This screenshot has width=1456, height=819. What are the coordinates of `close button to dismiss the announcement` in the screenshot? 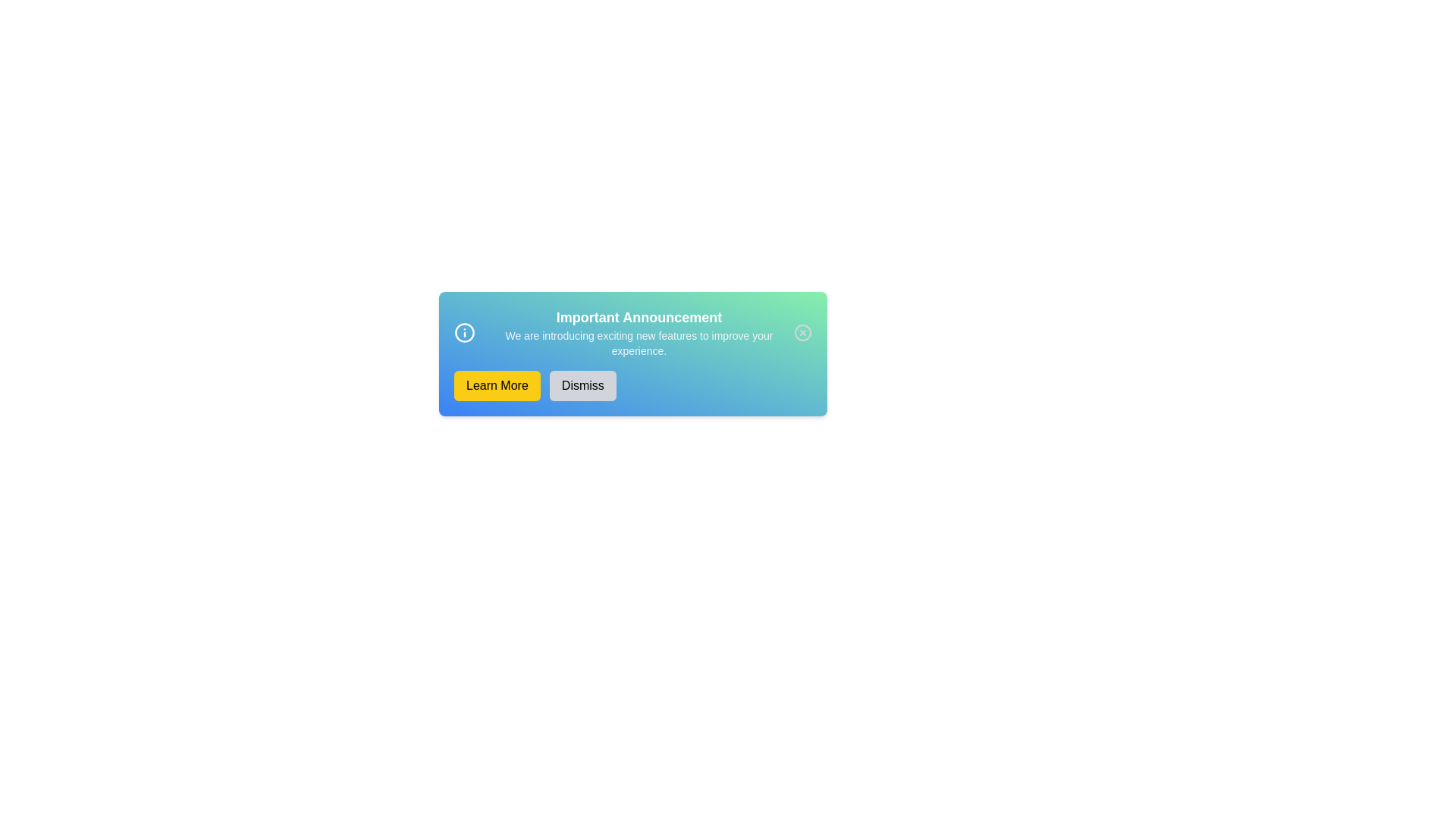 It's located at (802, 332).